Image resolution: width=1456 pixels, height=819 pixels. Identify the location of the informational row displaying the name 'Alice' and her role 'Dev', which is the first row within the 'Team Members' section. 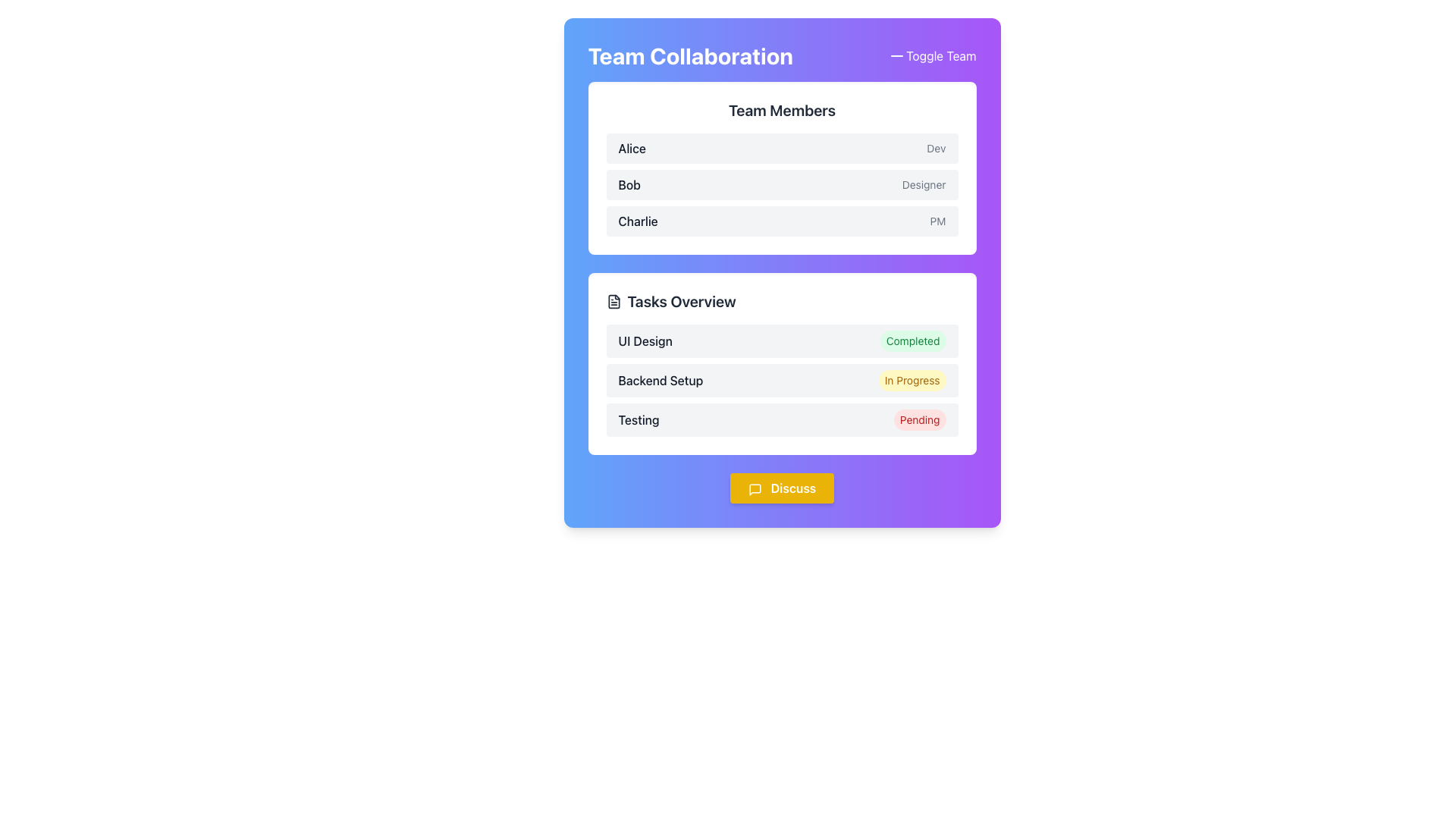
(782, 149).